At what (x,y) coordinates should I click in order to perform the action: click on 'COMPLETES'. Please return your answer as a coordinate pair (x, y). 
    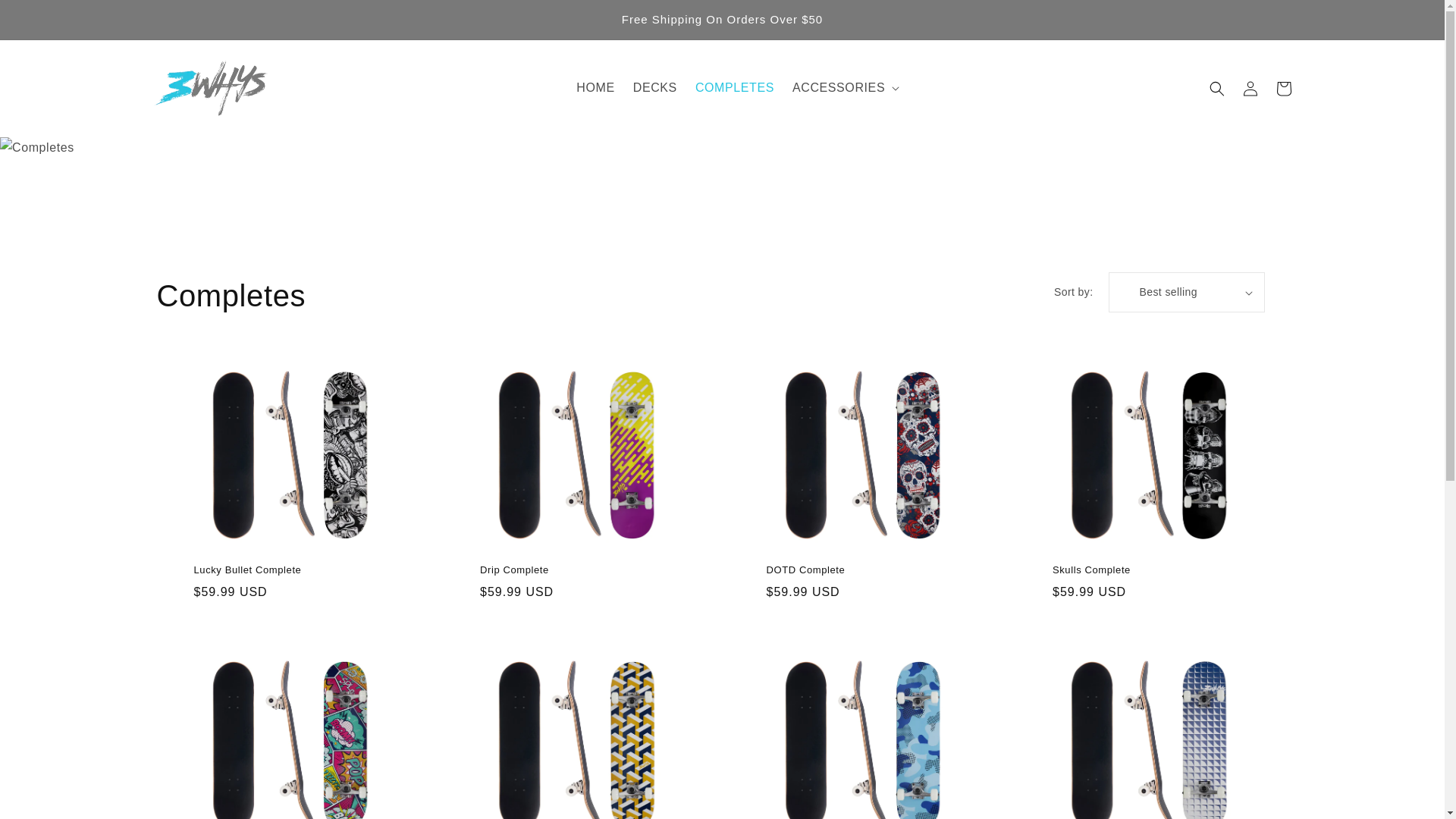
    Looking at the image, I should click on (735, 88).